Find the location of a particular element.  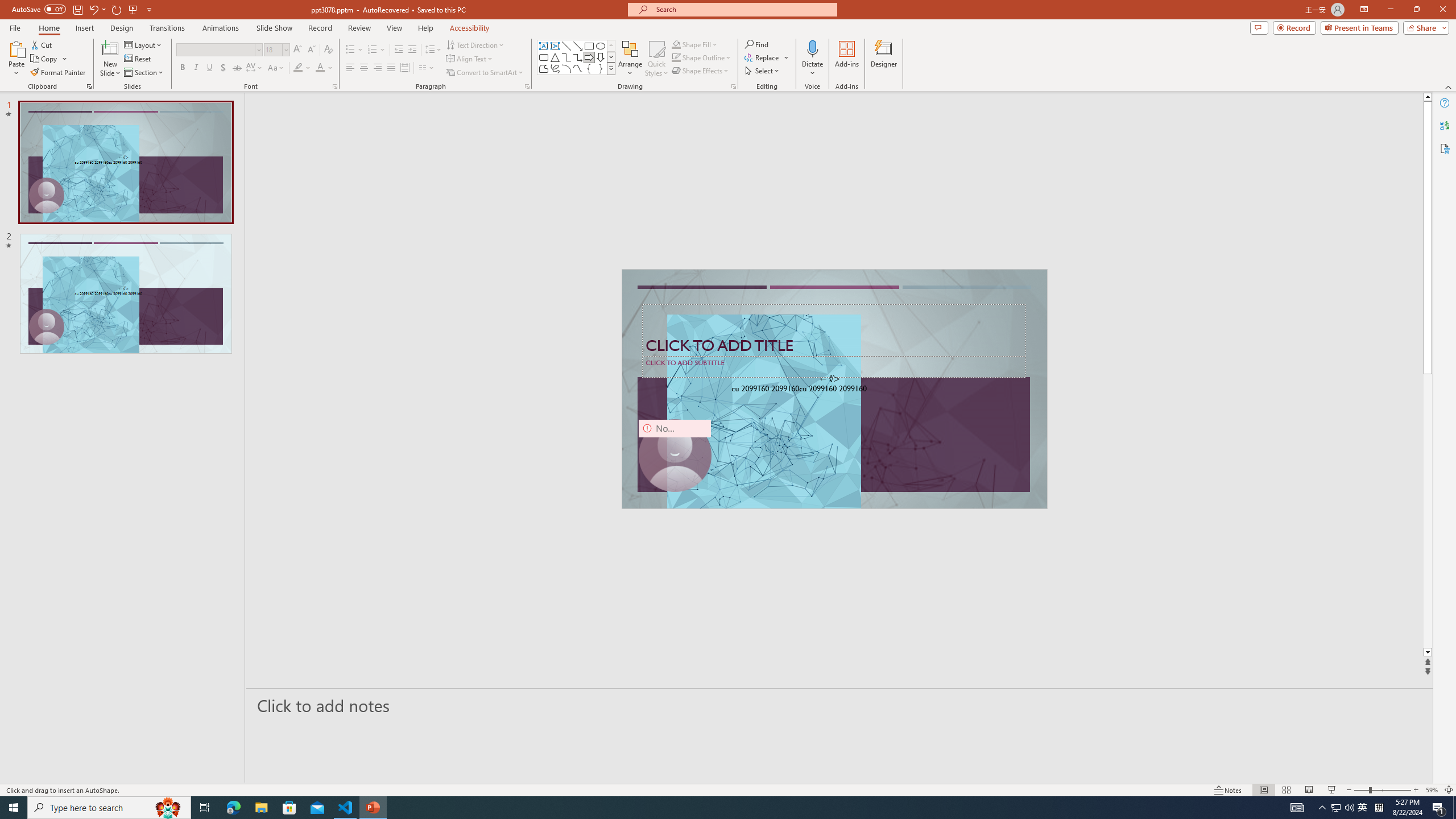

'Zoom 59%' is located at coordinates (1431, 790).